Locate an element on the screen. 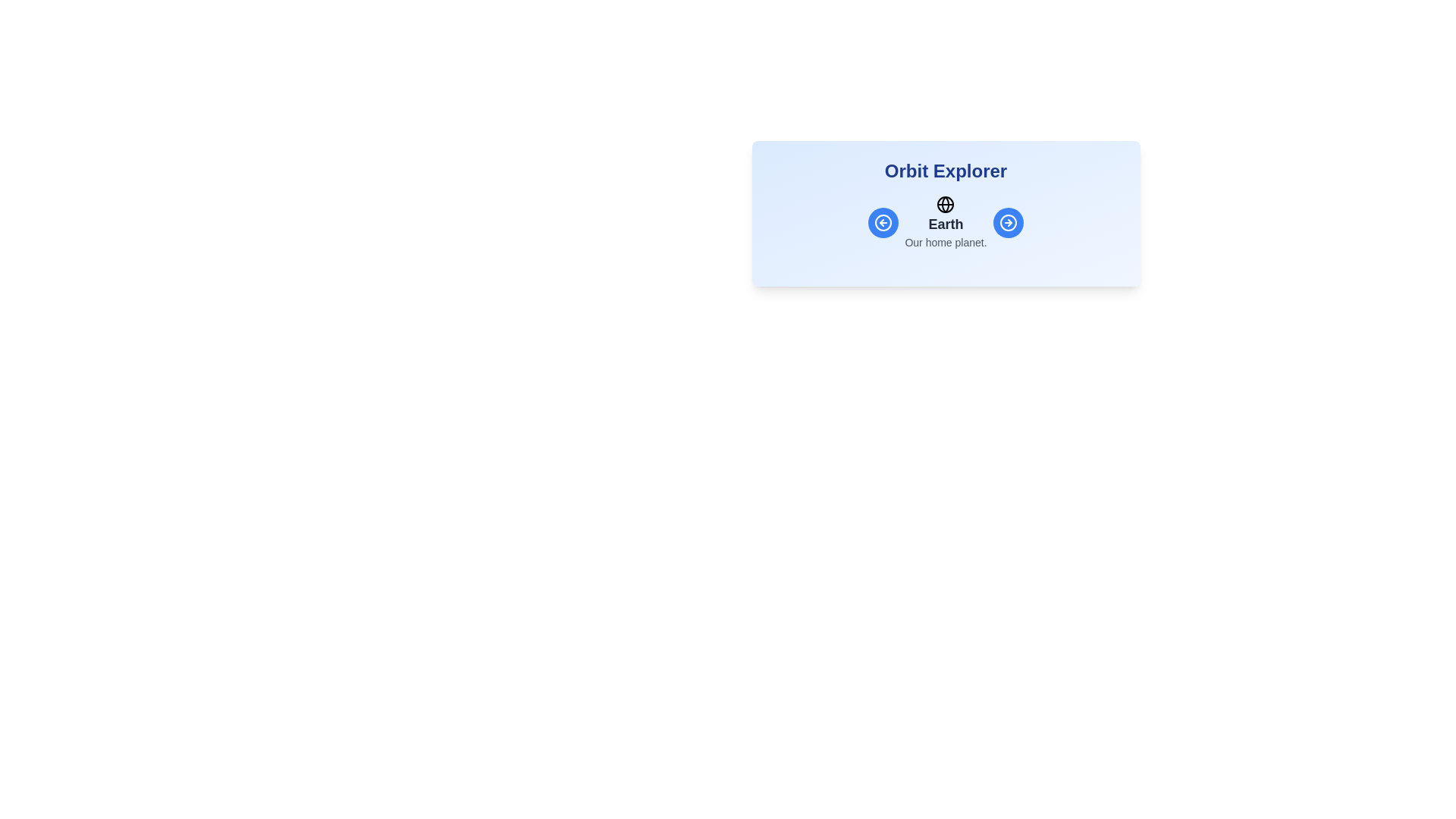 The width and height of the screenshot is (1456, 819). the leftmost circular icon button with a blue border and a rightward-pointing arrow inside the 'Orbit Explorer' panel is located at coordinates (1008, 222).